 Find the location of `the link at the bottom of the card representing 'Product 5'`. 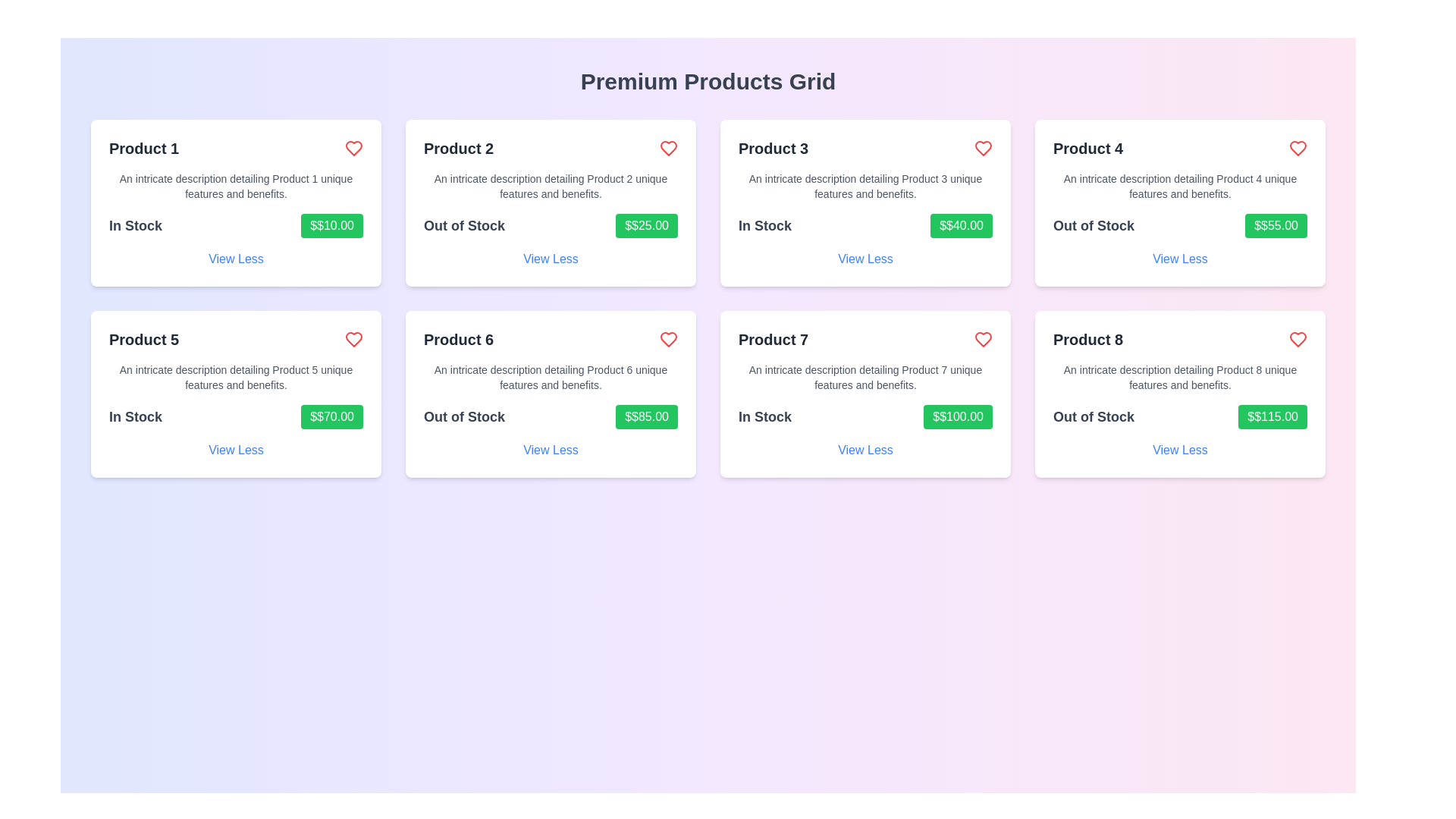

the link at the bottom of the card representing 'Product 5' is located at coordinates (235, 450).